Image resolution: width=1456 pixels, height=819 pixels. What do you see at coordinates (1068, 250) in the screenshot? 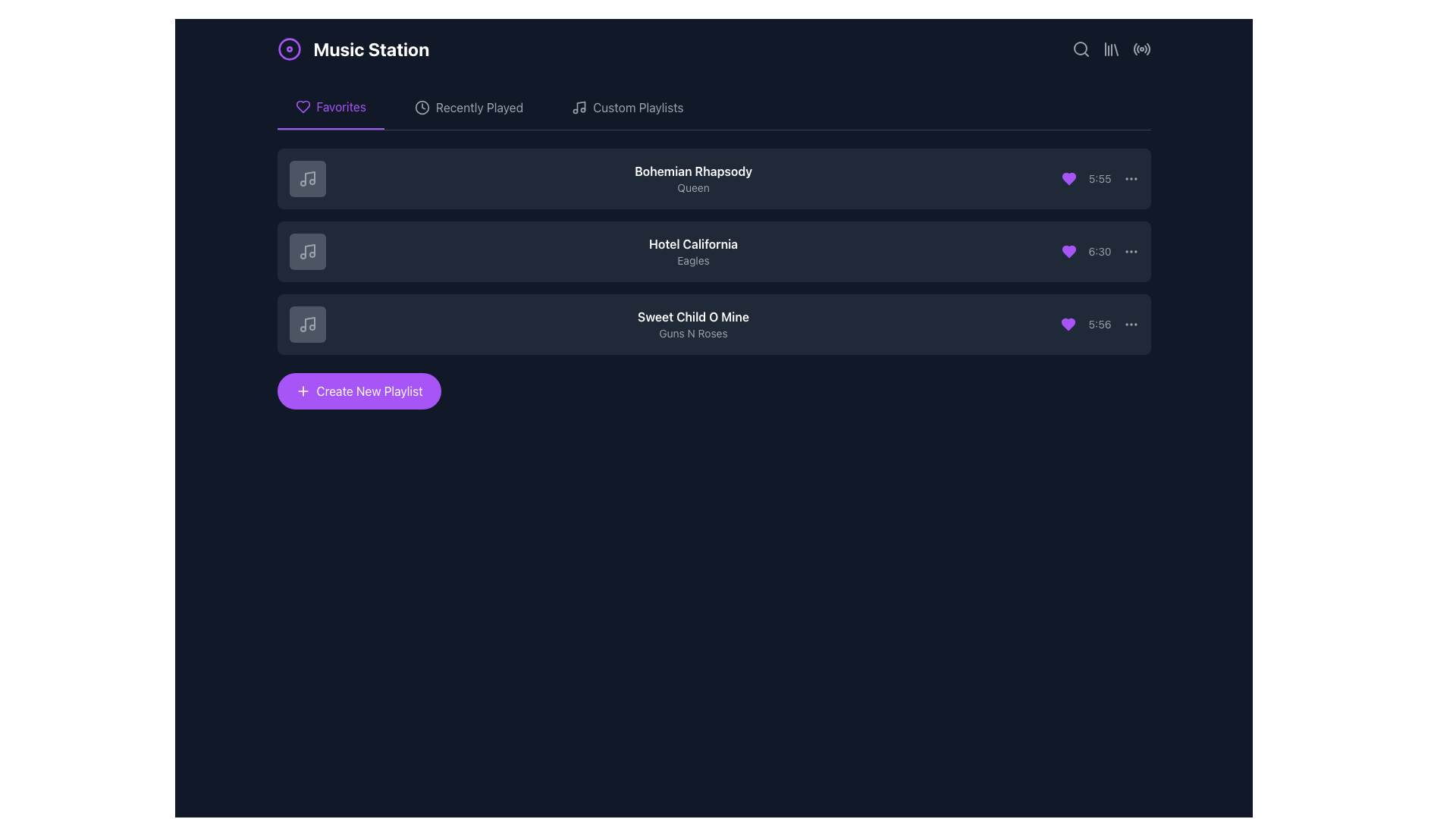
I see `the purple heart icon to trigger a tooltip` at bounding box center [1068, 250].